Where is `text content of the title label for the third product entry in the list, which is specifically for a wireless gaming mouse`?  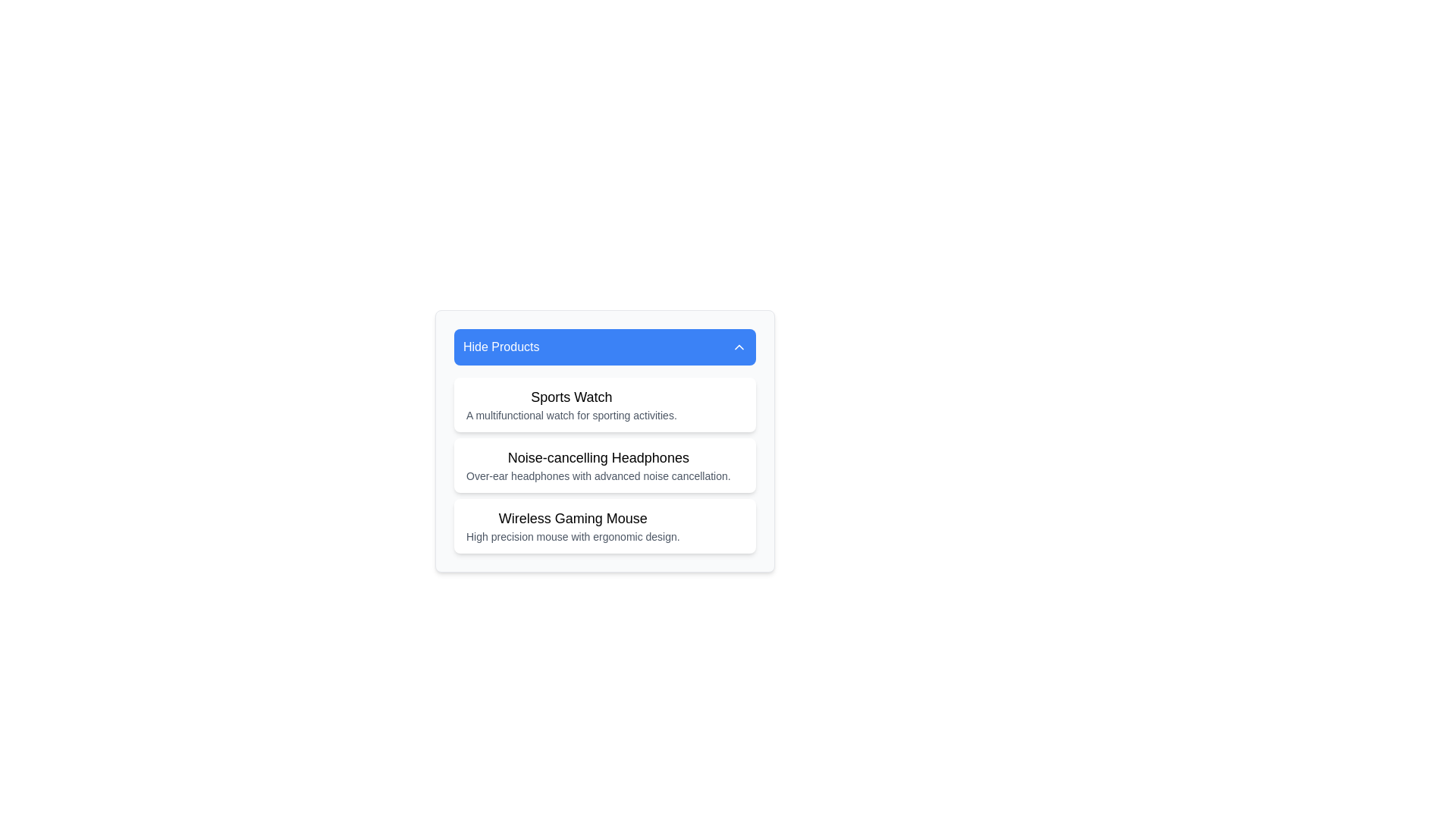
text content of the title label for the third product entry in the list, which is specifically for a wireless gaming mouse is located at coordinates (572, 517).